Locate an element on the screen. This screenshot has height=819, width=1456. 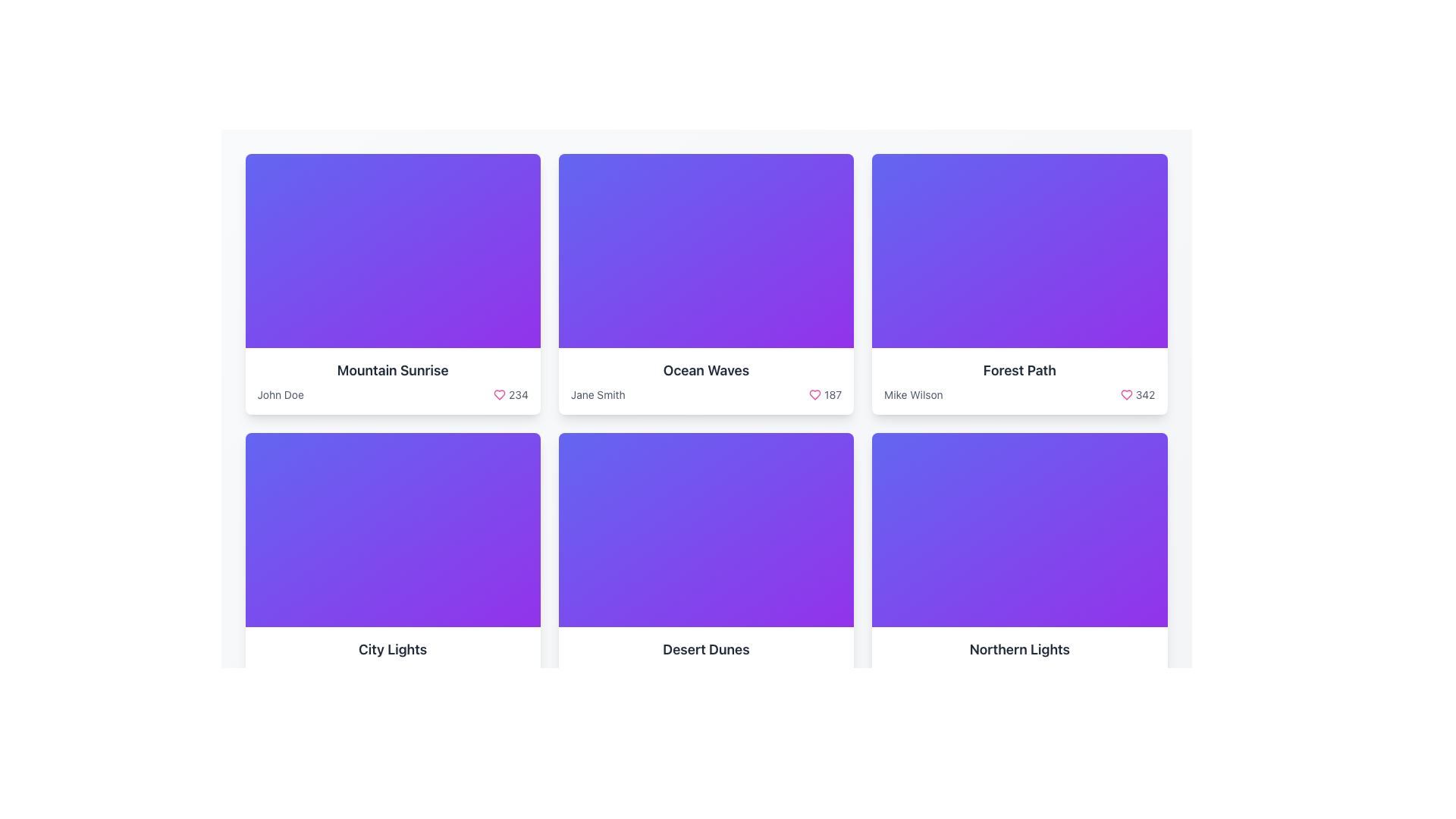
the card is located at coordinates (1019, 648).